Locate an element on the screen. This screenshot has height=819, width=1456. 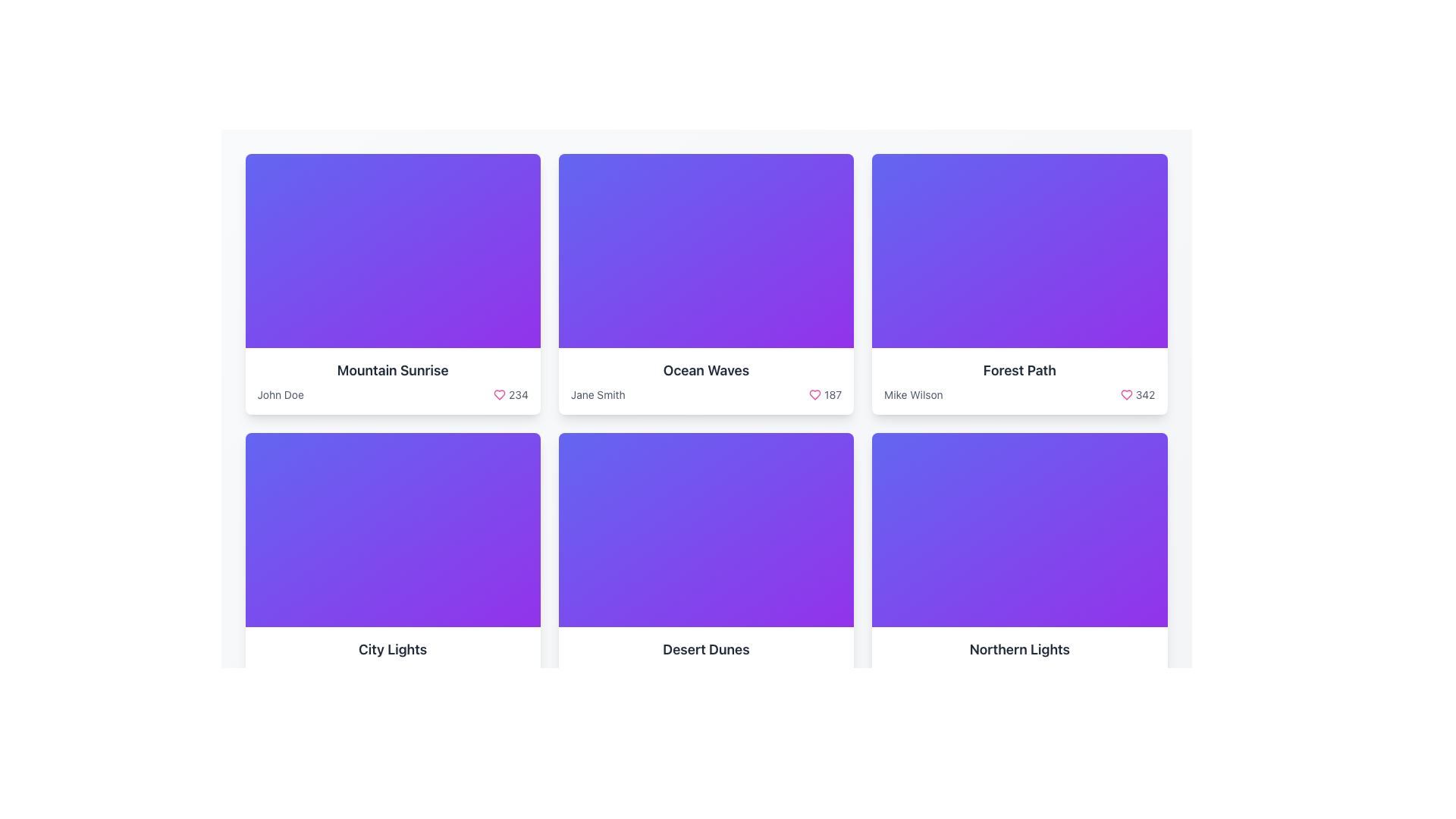
the card is located at coordinates (1019, 648).